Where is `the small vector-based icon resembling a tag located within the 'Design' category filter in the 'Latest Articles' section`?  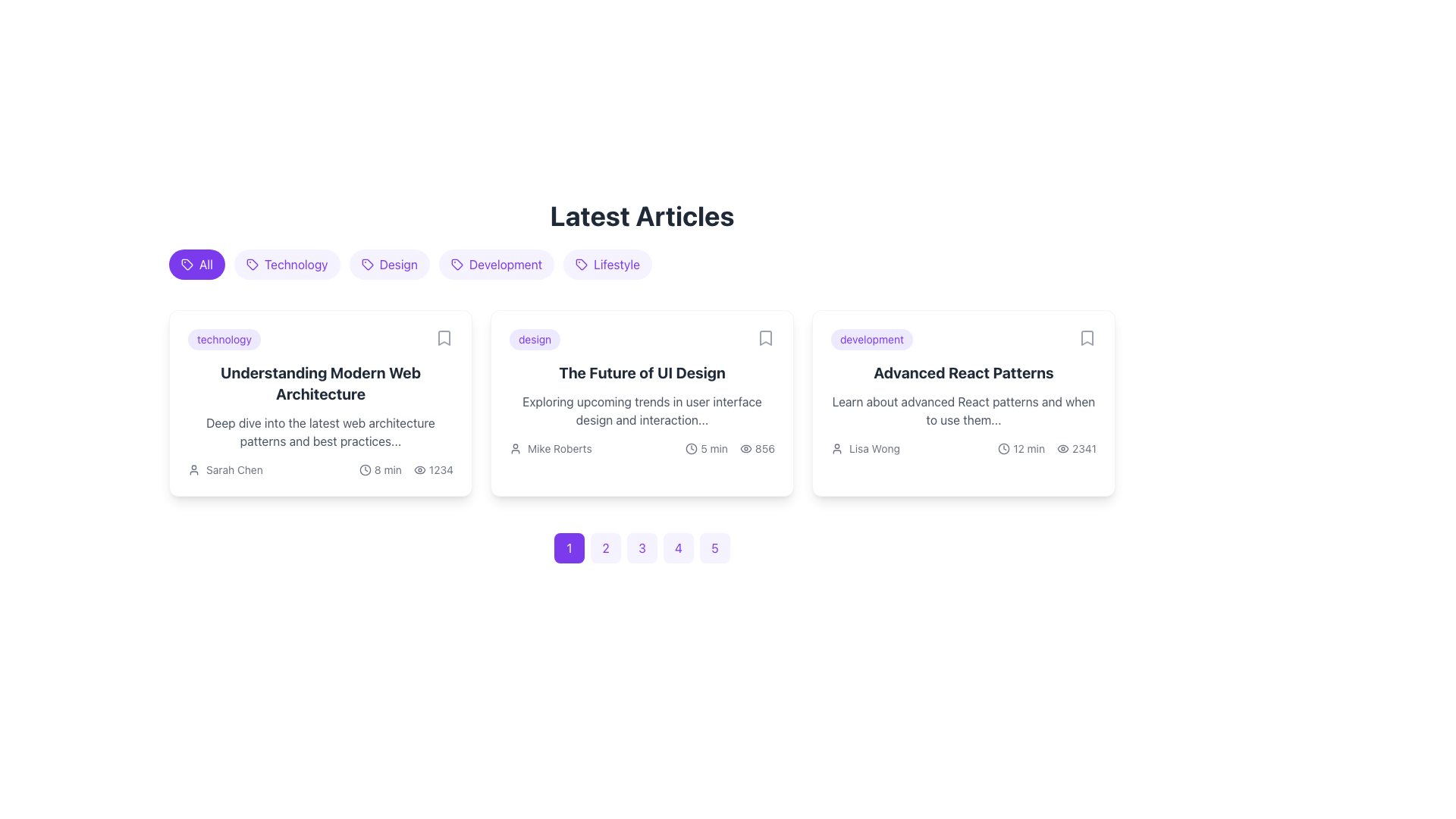 the small vector-based icon resembling a tag located within the 'Design' category filter in the 'Latest Articles' section is located at coordinates (367, 263).